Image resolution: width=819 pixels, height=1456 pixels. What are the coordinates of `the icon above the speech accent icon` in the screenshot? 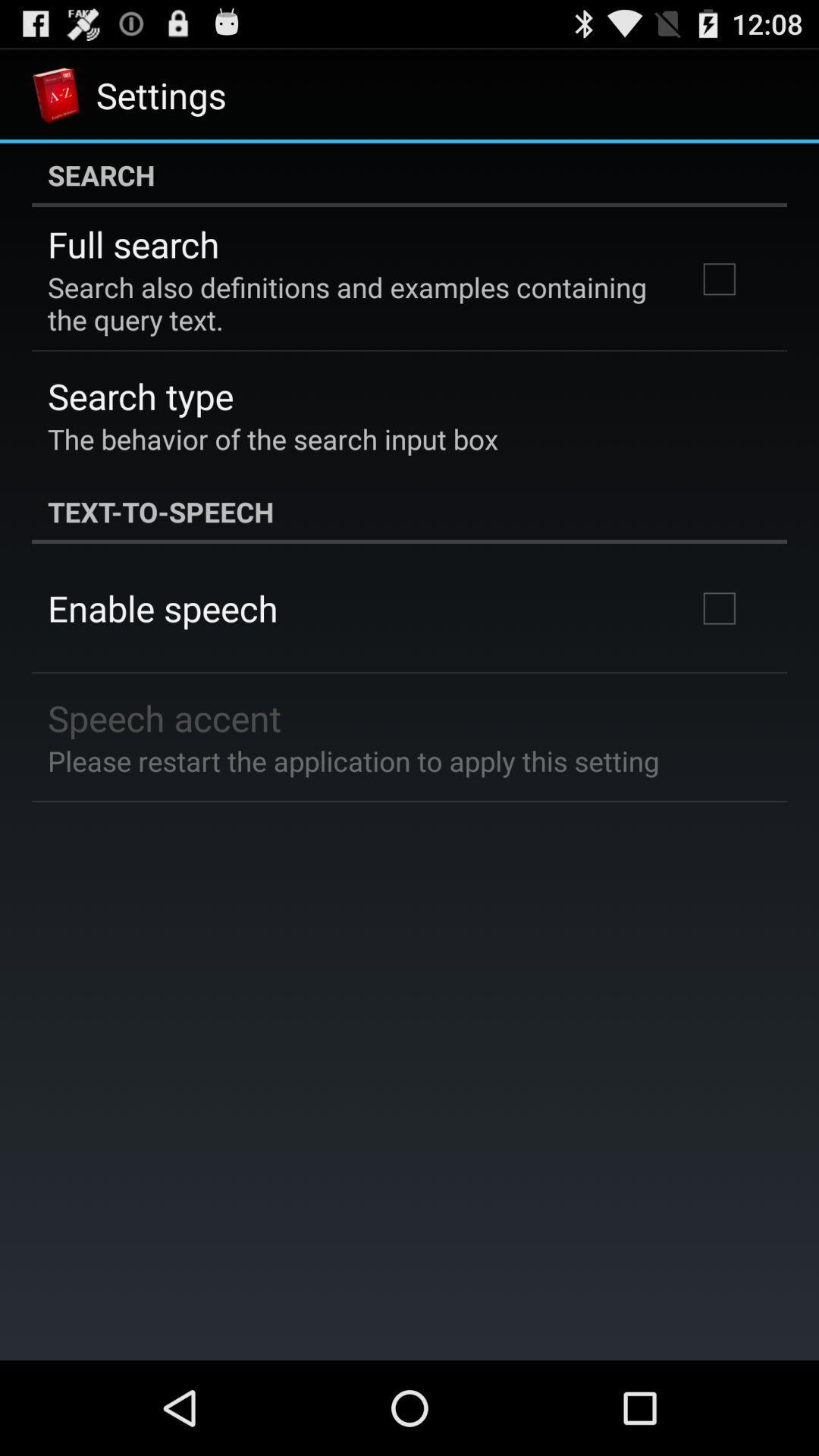 It's located at (162, 608).